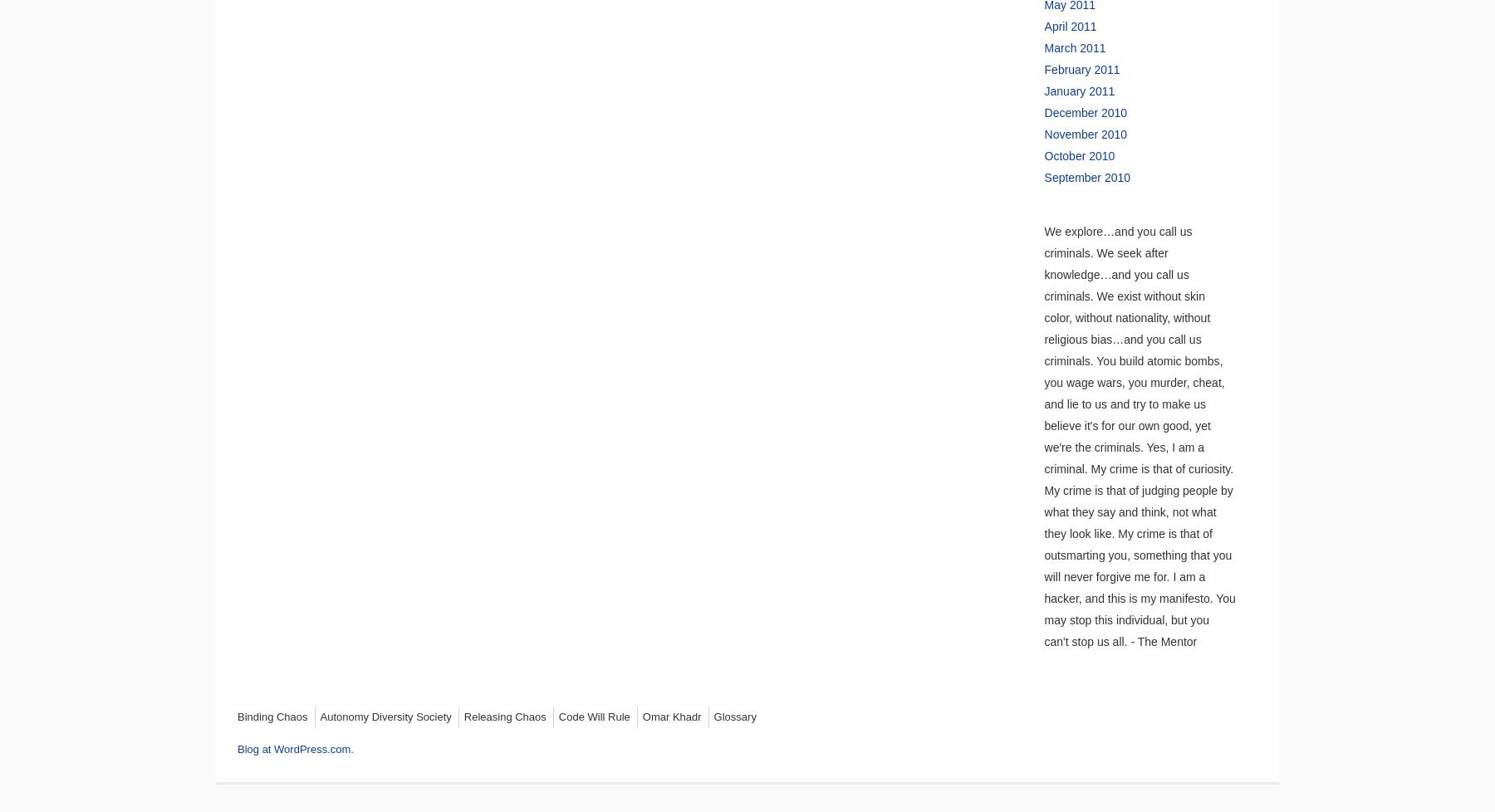  Describe the element at coordinates (295, 748) in the screenshot. I see `'Blog at WordPress.com.'` at that location.